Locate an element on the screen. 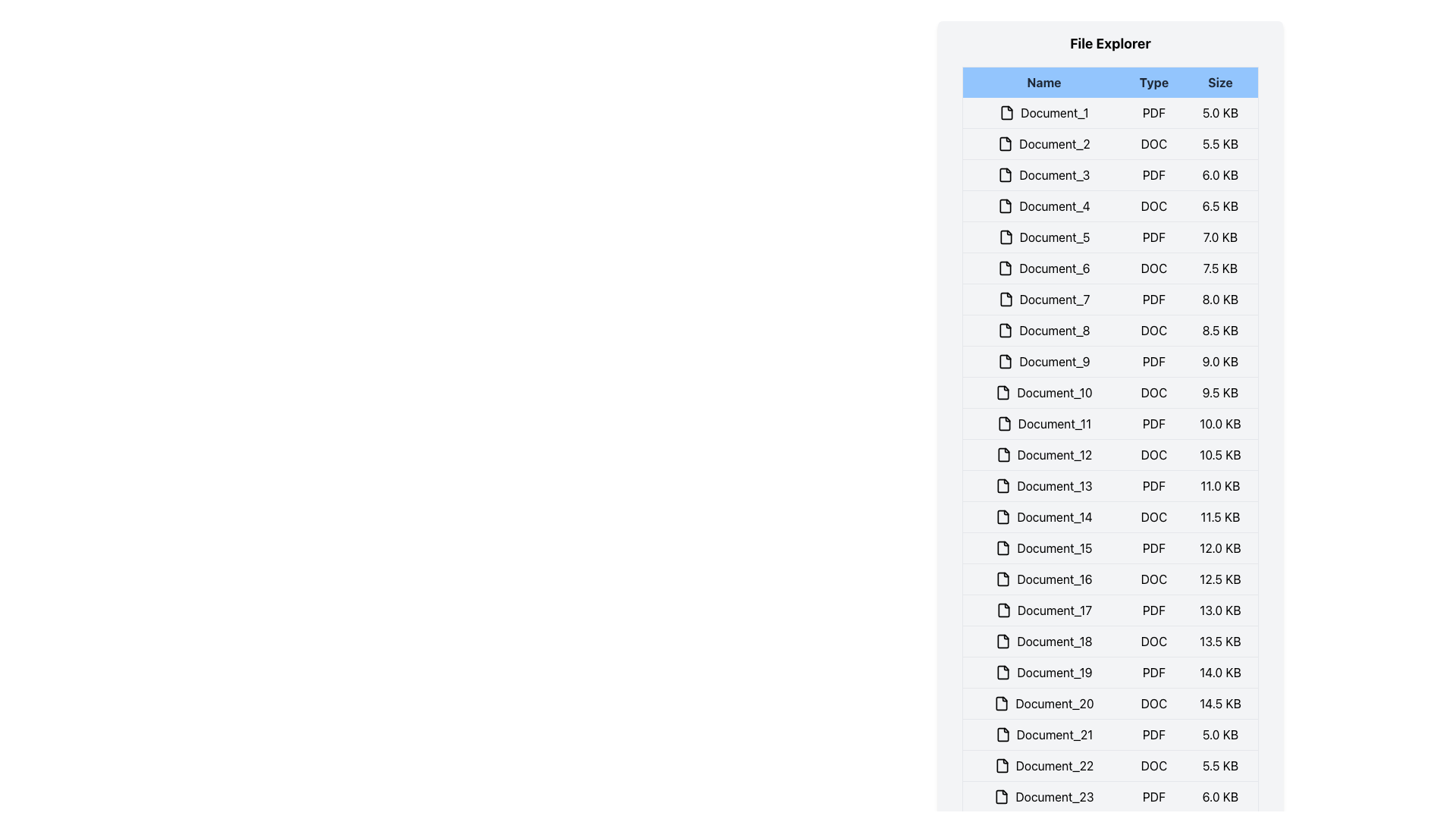 The height and width of the screenshot is (819, 1456). text label displaying '12.5 KB', which is the last element in the row for 'Document_16' and is part of the file size column is located at coordinates (1220, 579).